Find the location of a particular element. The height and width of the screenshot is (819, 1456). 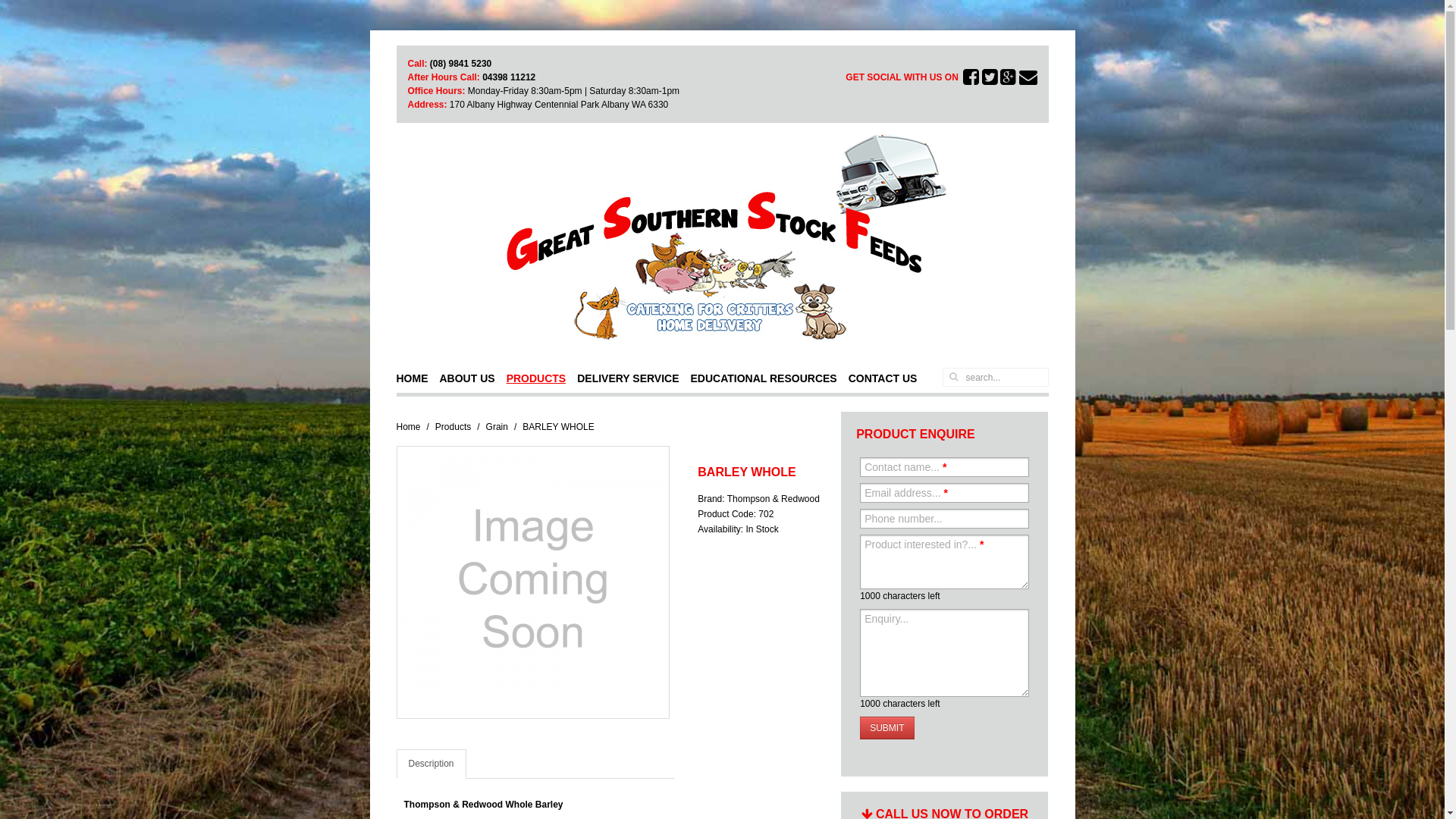

'Description' is located at coordinates (429, 764).